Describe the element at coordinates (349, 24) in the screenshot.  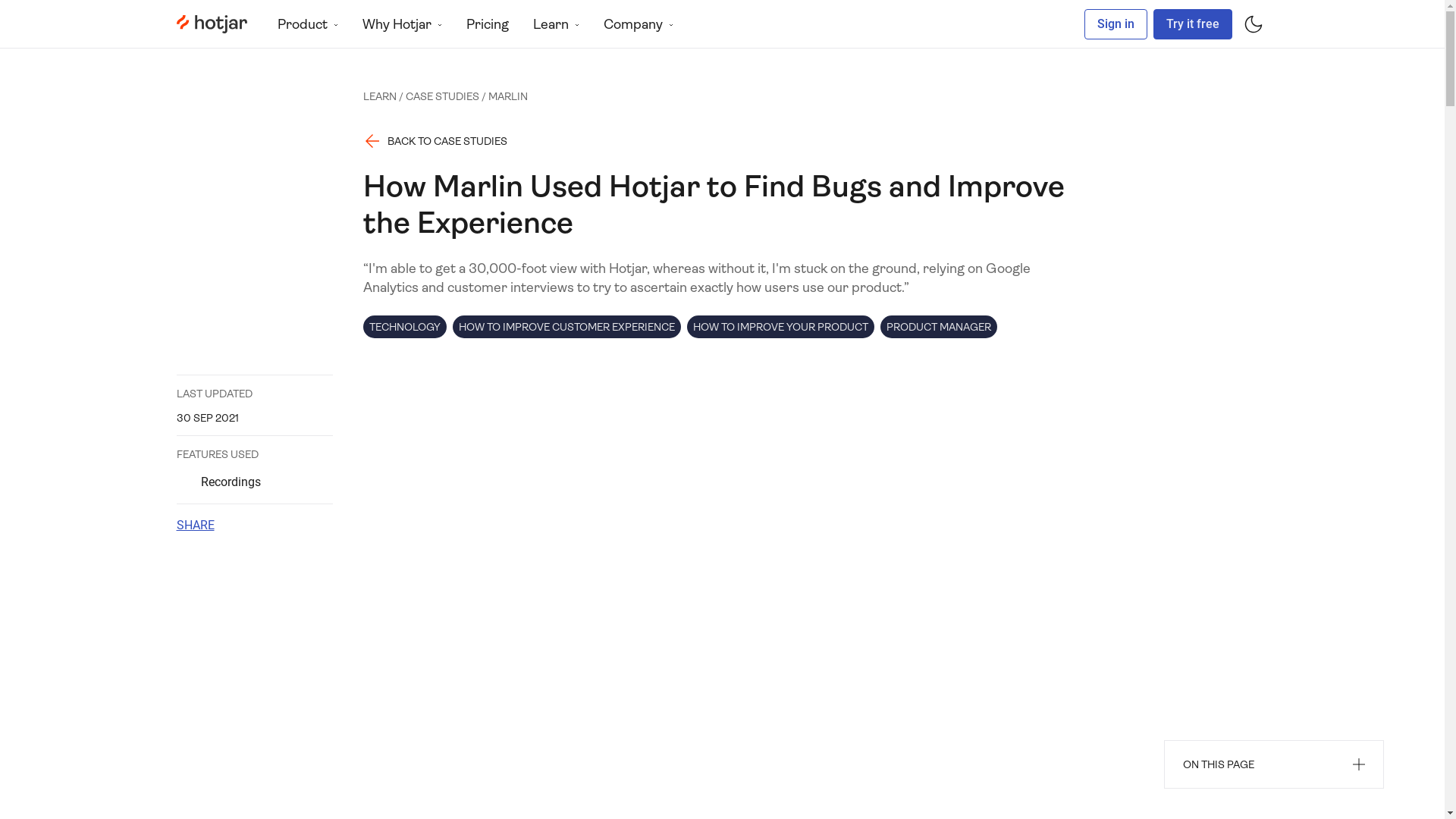
I see `'Why Hotjar'` at that location.